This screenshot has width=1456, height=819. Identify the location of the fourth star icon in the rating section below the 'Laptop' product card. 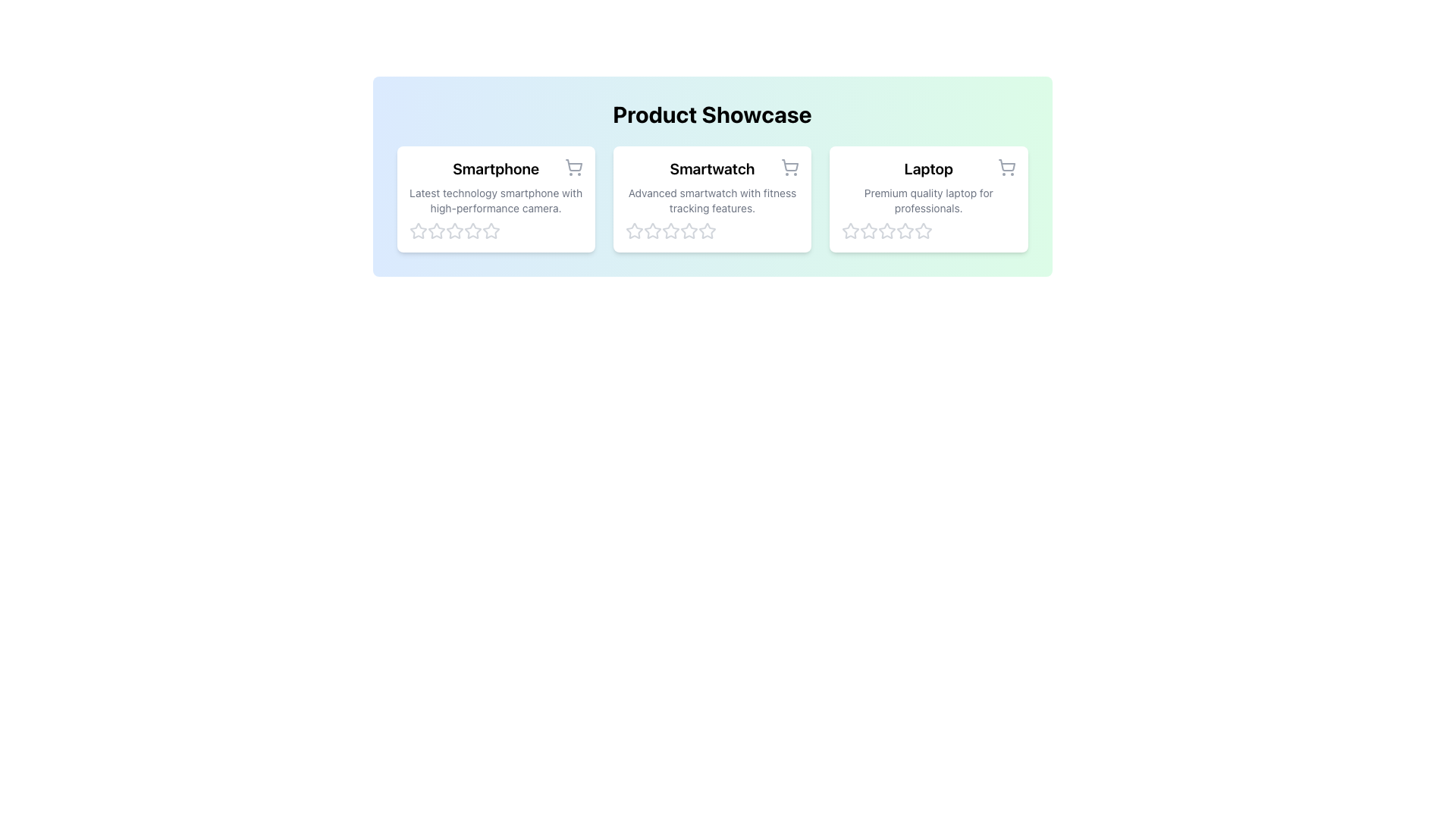
(905, 231).